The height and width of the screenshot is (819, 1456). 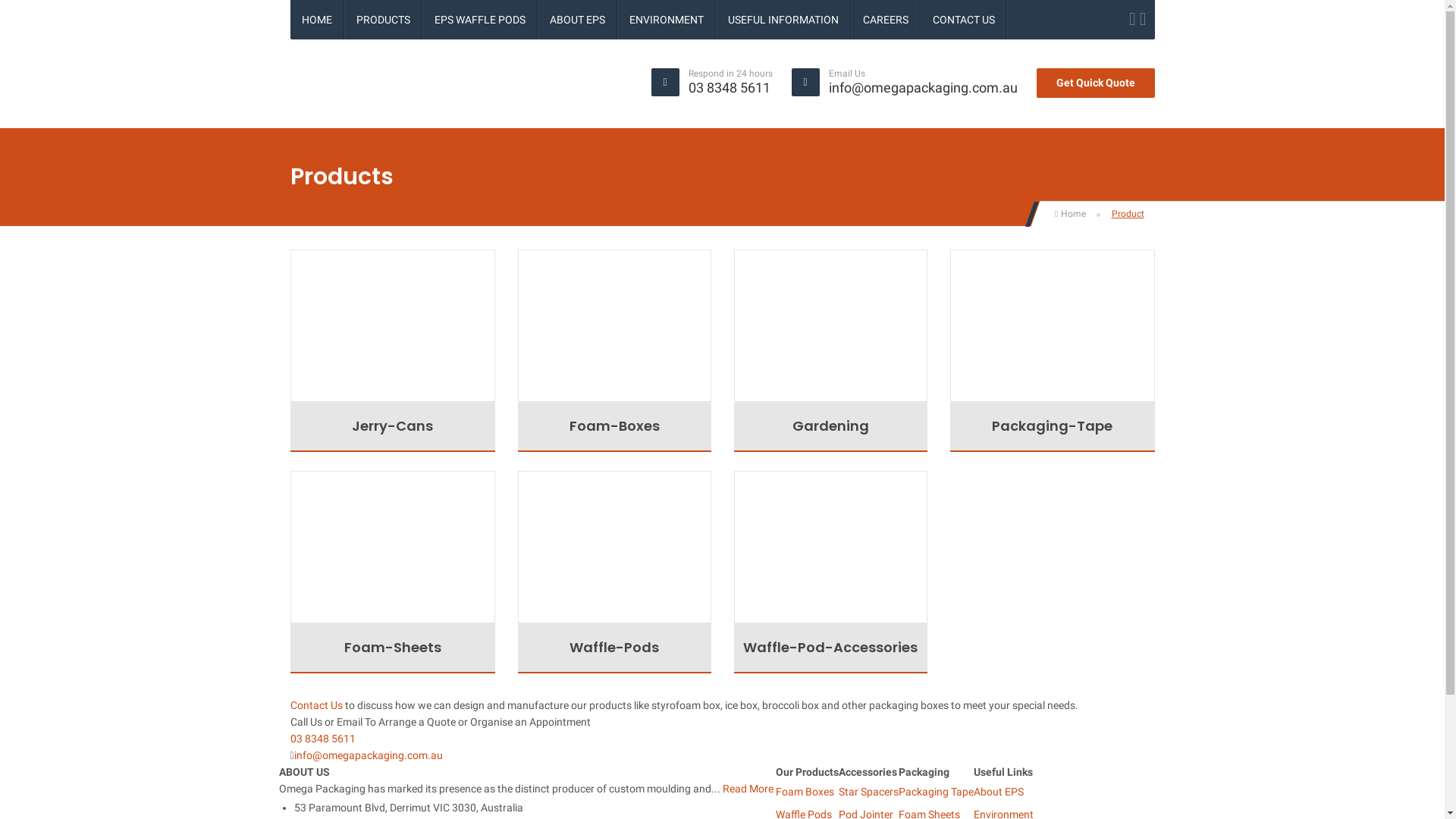 I want to click on 'USEFUL INFORMATION', so click(x=783, y=20).